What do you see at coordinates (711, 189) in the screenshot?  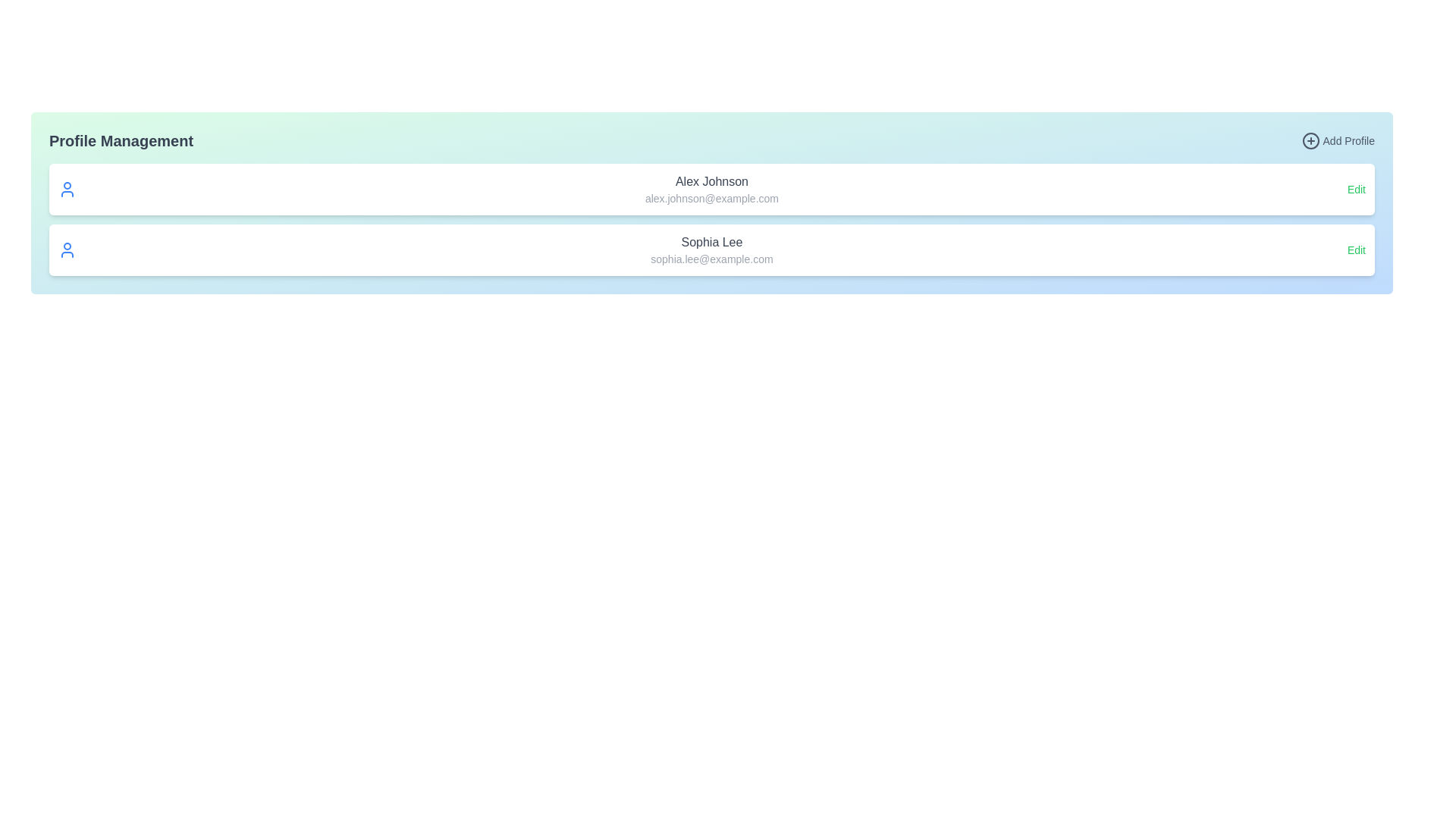 I see `the email or name on the first user profile card displayed in the list` at bounding box center [711, 189].